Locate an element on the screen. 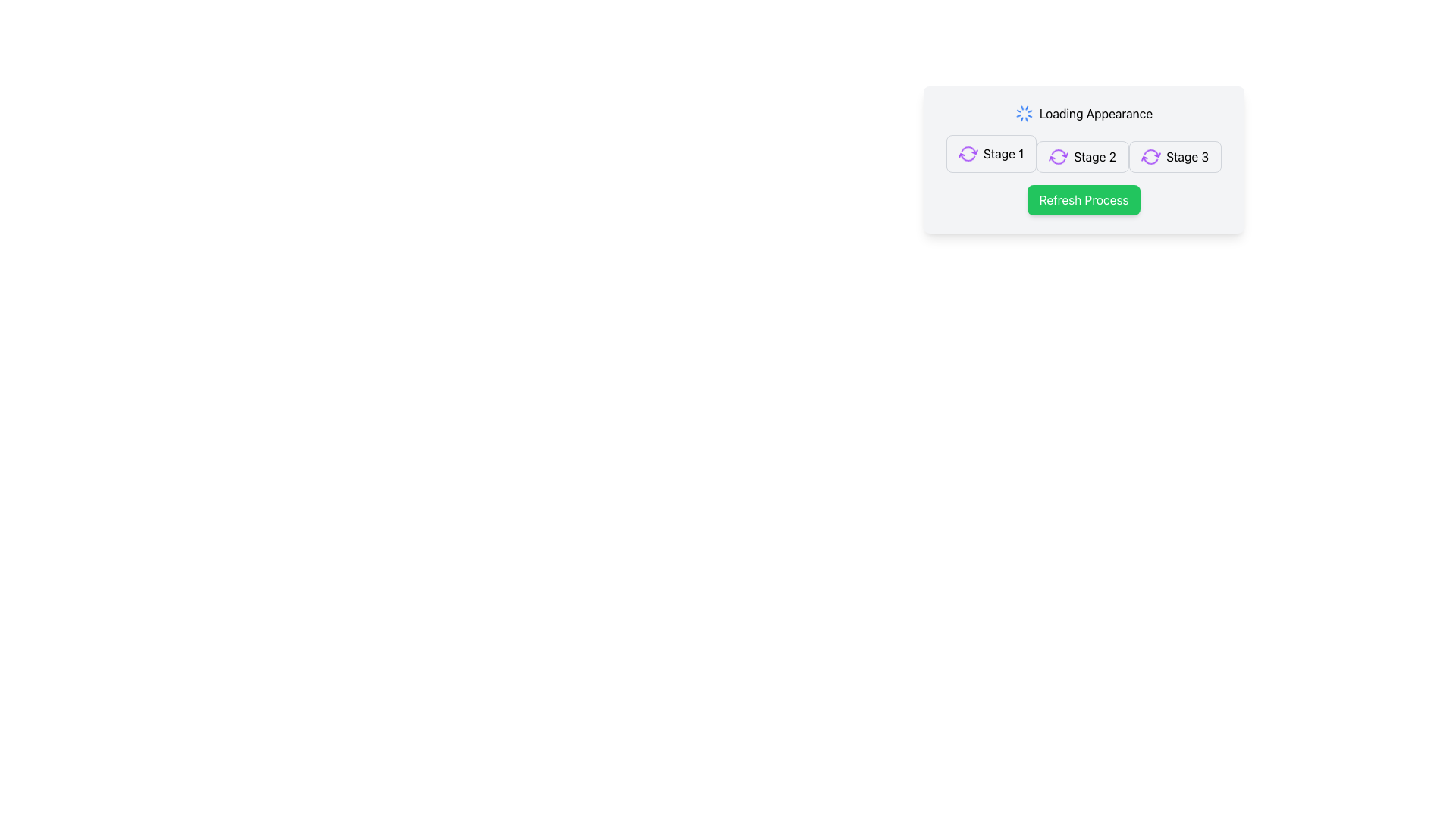  the blue spinning loader icon located to the left of the 'Loading Appearance' text is located at coordinates (1024, 113).